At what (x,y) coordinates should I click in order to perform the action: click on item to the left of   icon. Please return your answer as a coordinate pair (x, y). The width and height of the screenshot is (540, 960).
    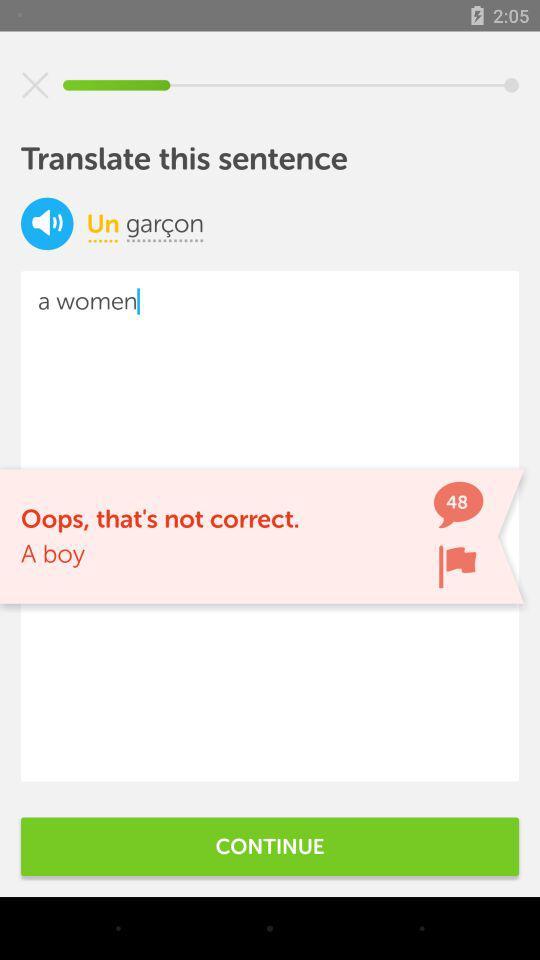
    Looking at the image, I should click on (103, 223).